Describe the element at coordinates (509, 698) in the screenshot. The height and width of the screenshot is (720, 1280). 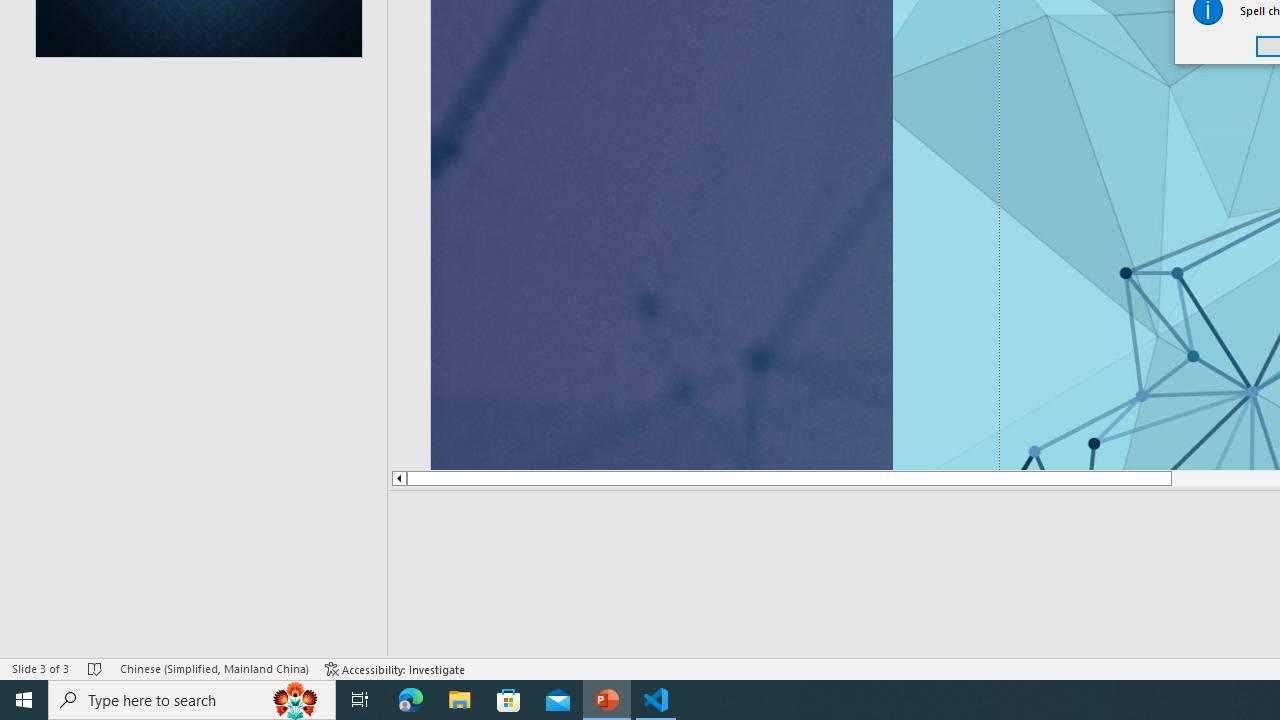
I see `'Microsoft Store'` at that location.